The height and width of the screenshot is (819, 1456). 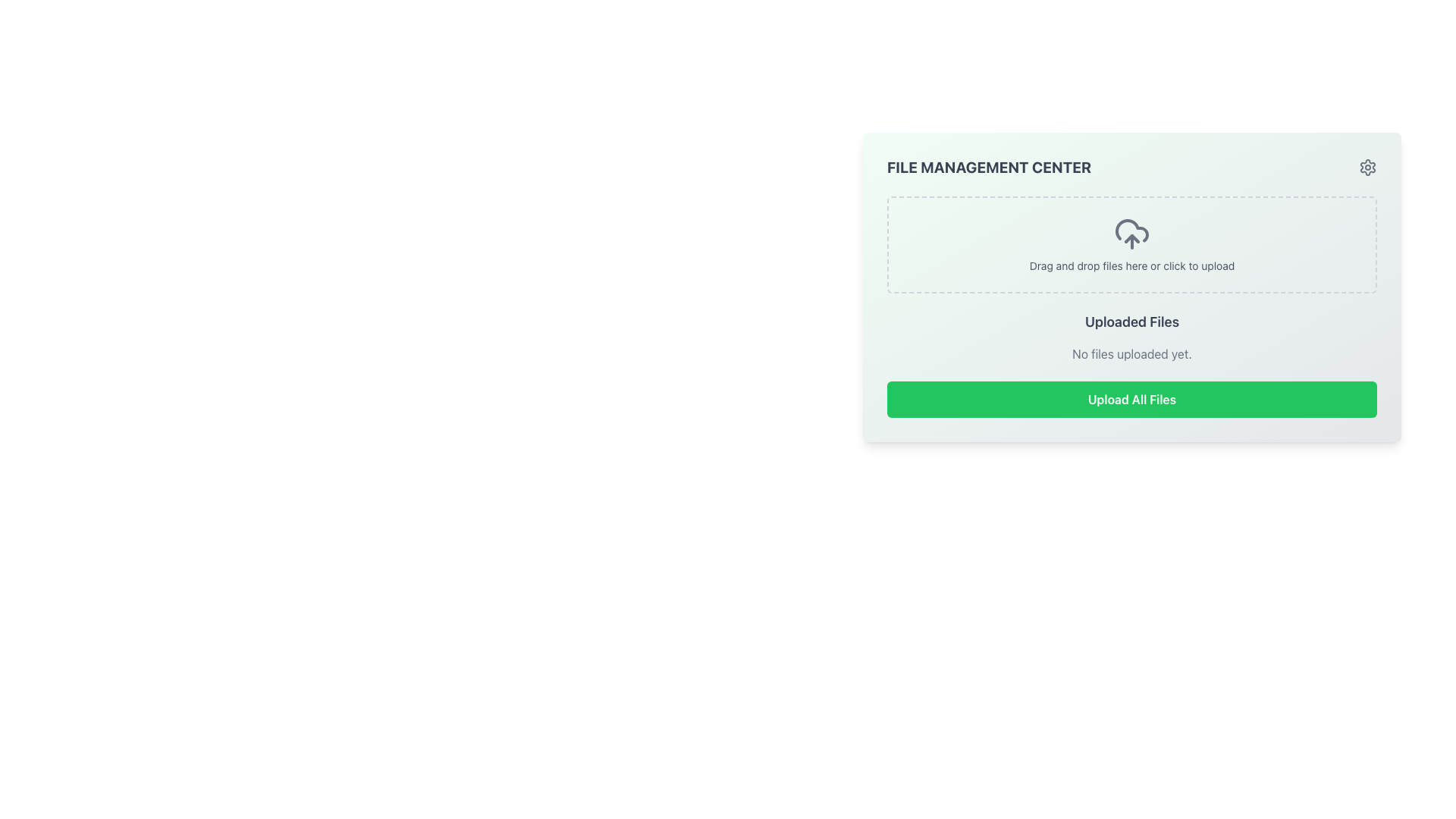 I want to click on the text label that displays 'Drag and drop files here or click to upload' located below the upload icon in the file upload interface, so click(x=1131, y=265).